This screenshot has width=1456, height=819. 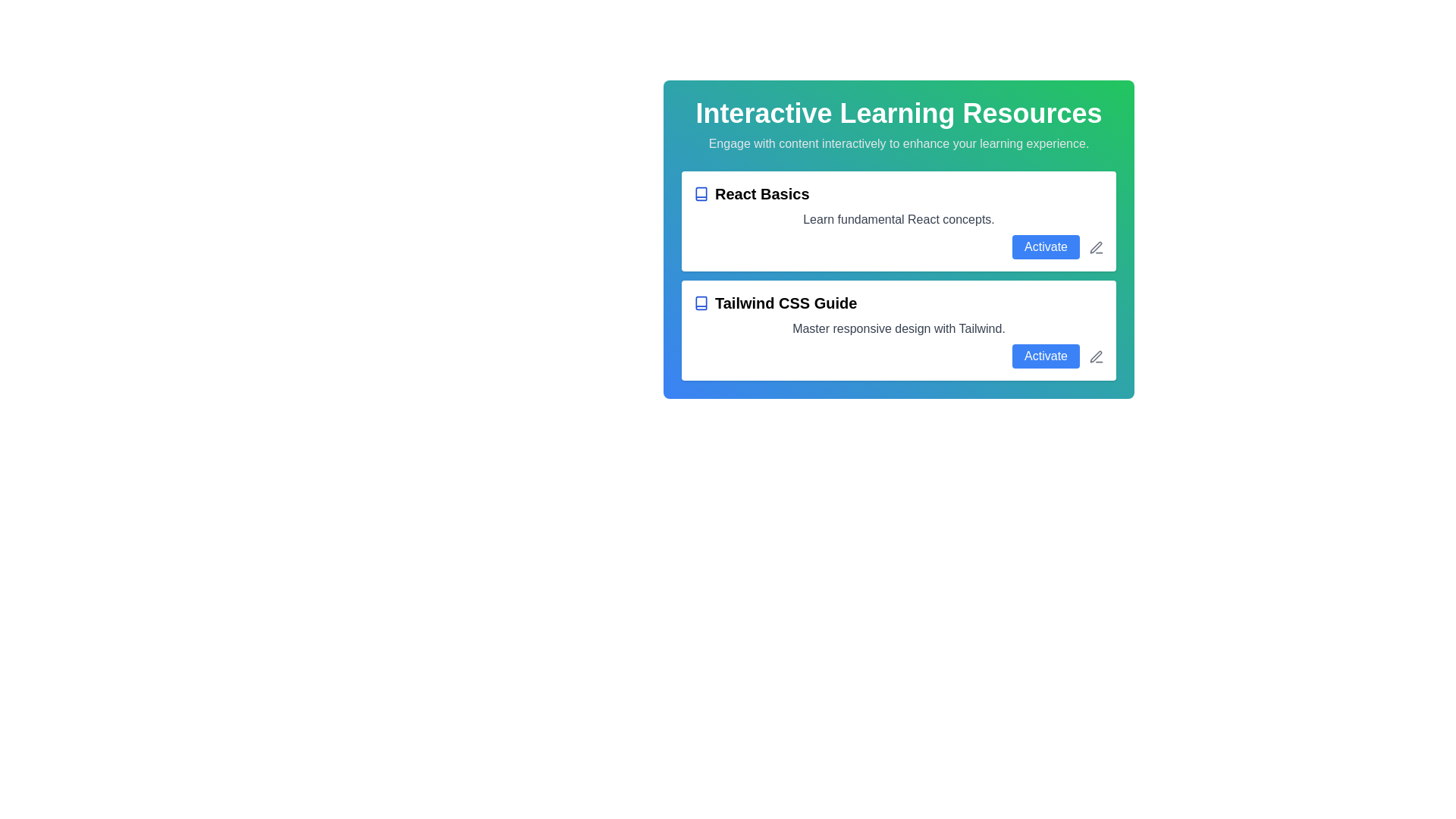 What do you see at coordinates (1096, 356) in the screenshot?
I see `the edit action icon located in the second item of a vertical list within a green-bordered card layout, positioned to the right of the text and the 'Activate' button` at bounding box center [1096, 356].